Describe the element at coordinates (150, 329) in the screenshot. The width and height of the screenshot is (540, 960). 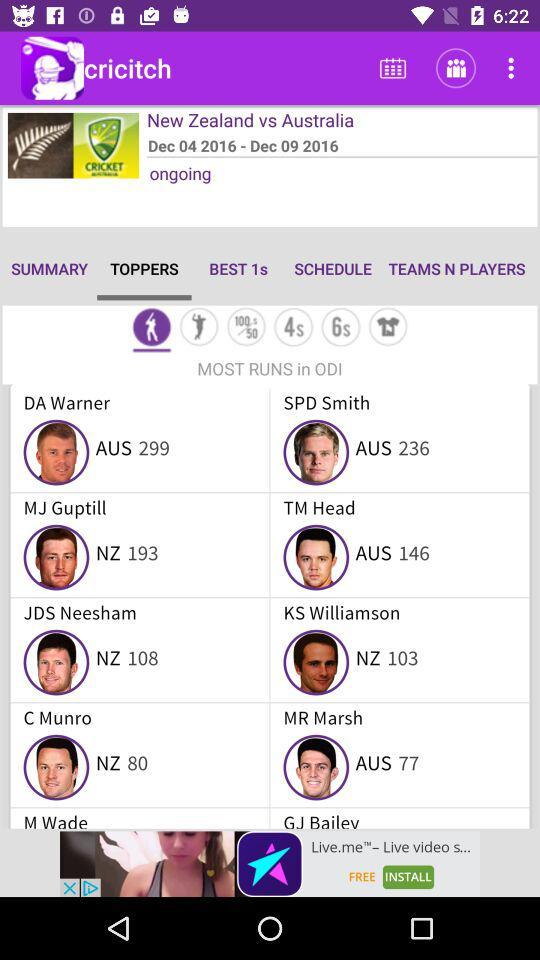
I see `menu page` at that location.